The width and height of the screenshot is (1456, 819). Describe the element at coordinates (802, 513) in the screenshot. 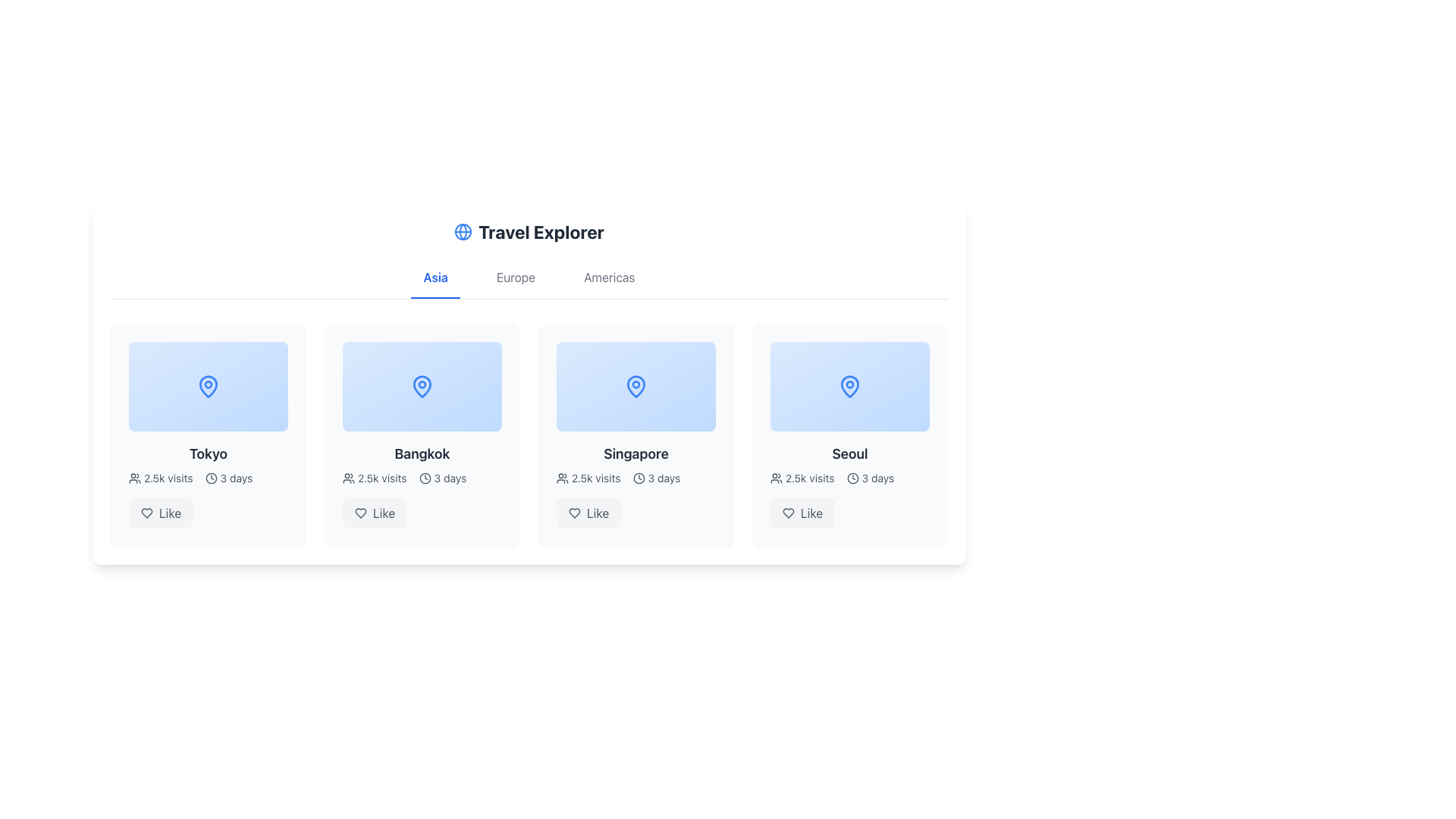

I see `the like button located at the bottom right of the 'Seoul' card` at that location.